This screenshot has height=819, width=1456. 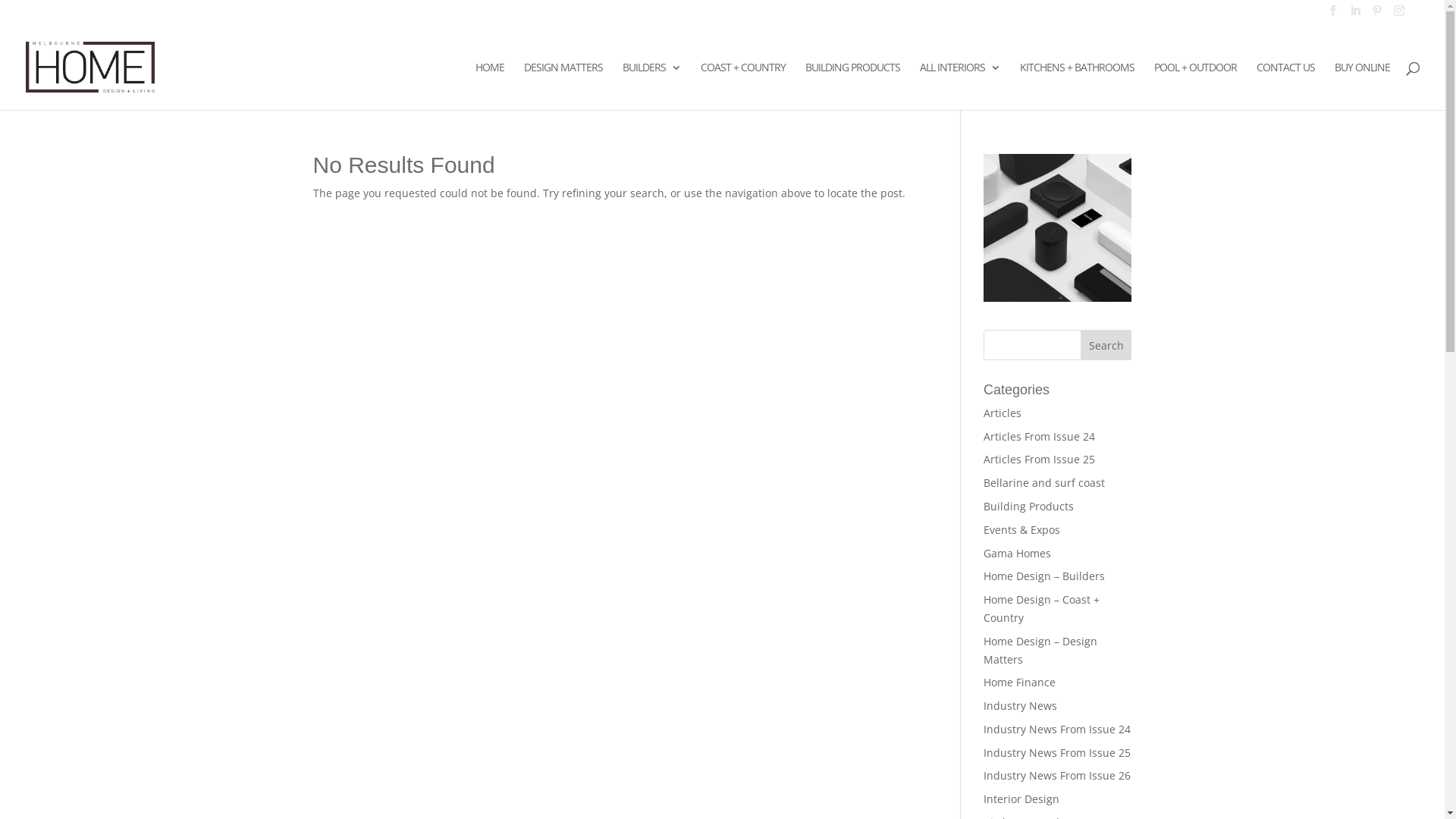 What do you see at coordinates (852, 86) in the screenshot?
I see `'BUILDING PRODUCTS'` at bounding box center [852, 86].